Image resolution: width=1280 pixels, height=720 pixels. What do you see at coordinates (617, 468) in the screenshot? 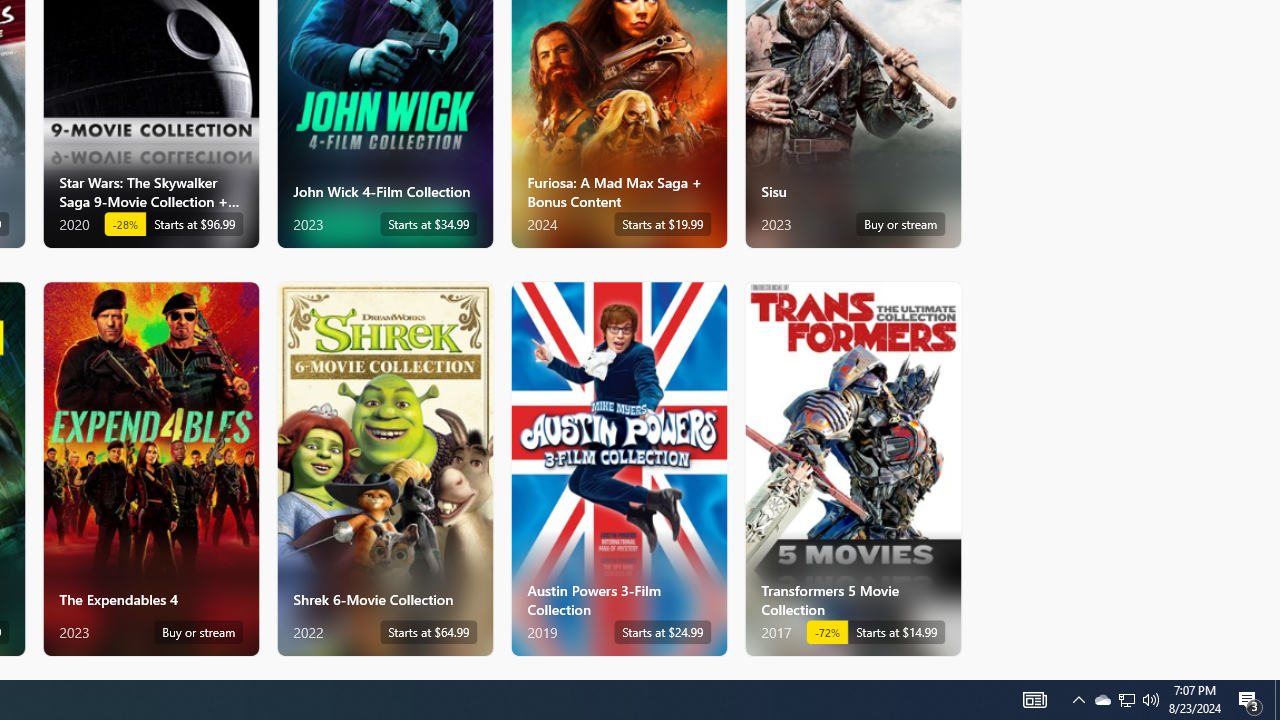
I see `'Austin Powers 3-Film Collection. Starts at $24.99  '` at bounding box center [617, 468].